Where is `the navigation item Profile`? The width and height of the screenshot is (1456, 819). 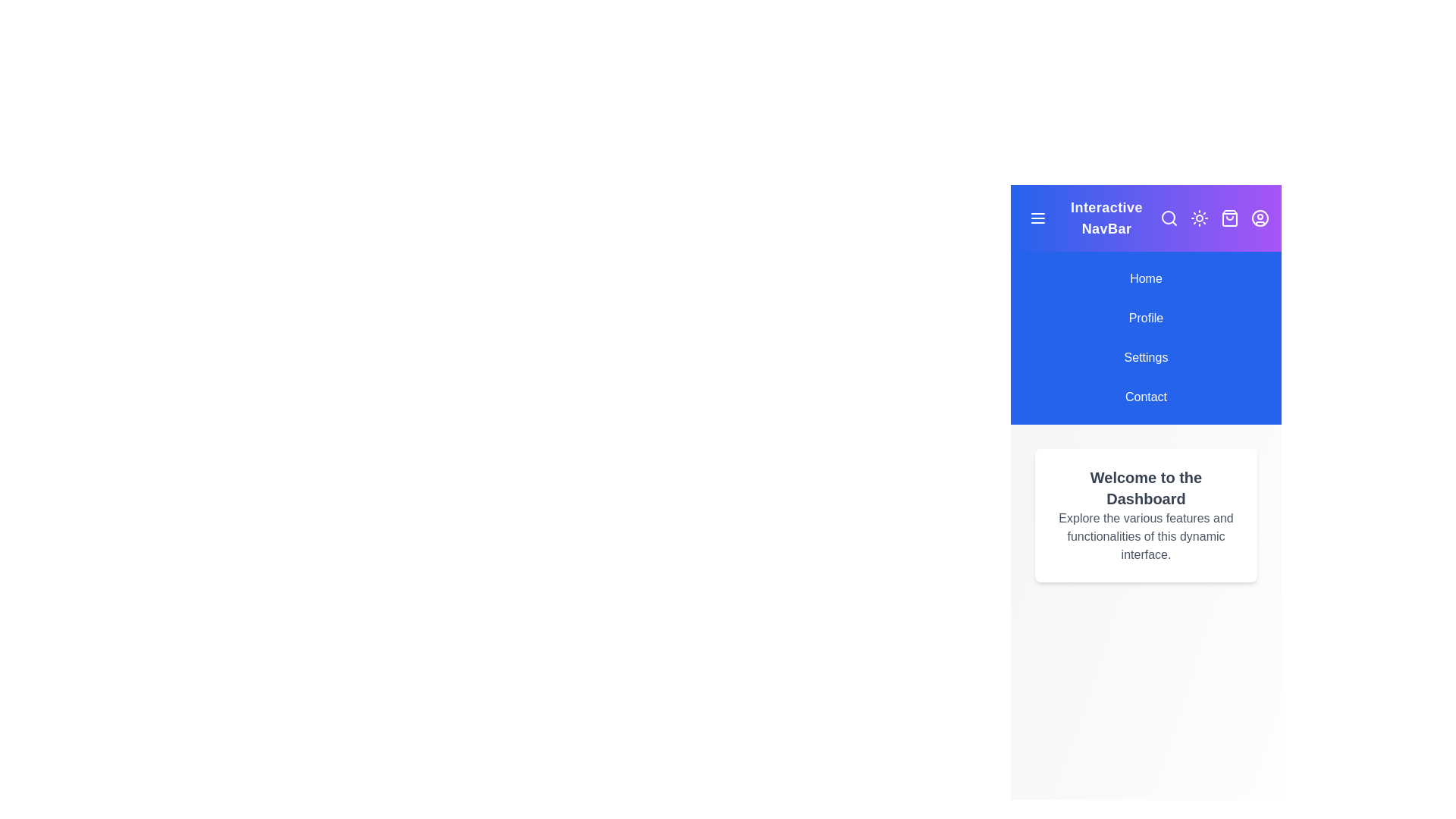
the navigation item Profile is located at coordinates (1146, 318).